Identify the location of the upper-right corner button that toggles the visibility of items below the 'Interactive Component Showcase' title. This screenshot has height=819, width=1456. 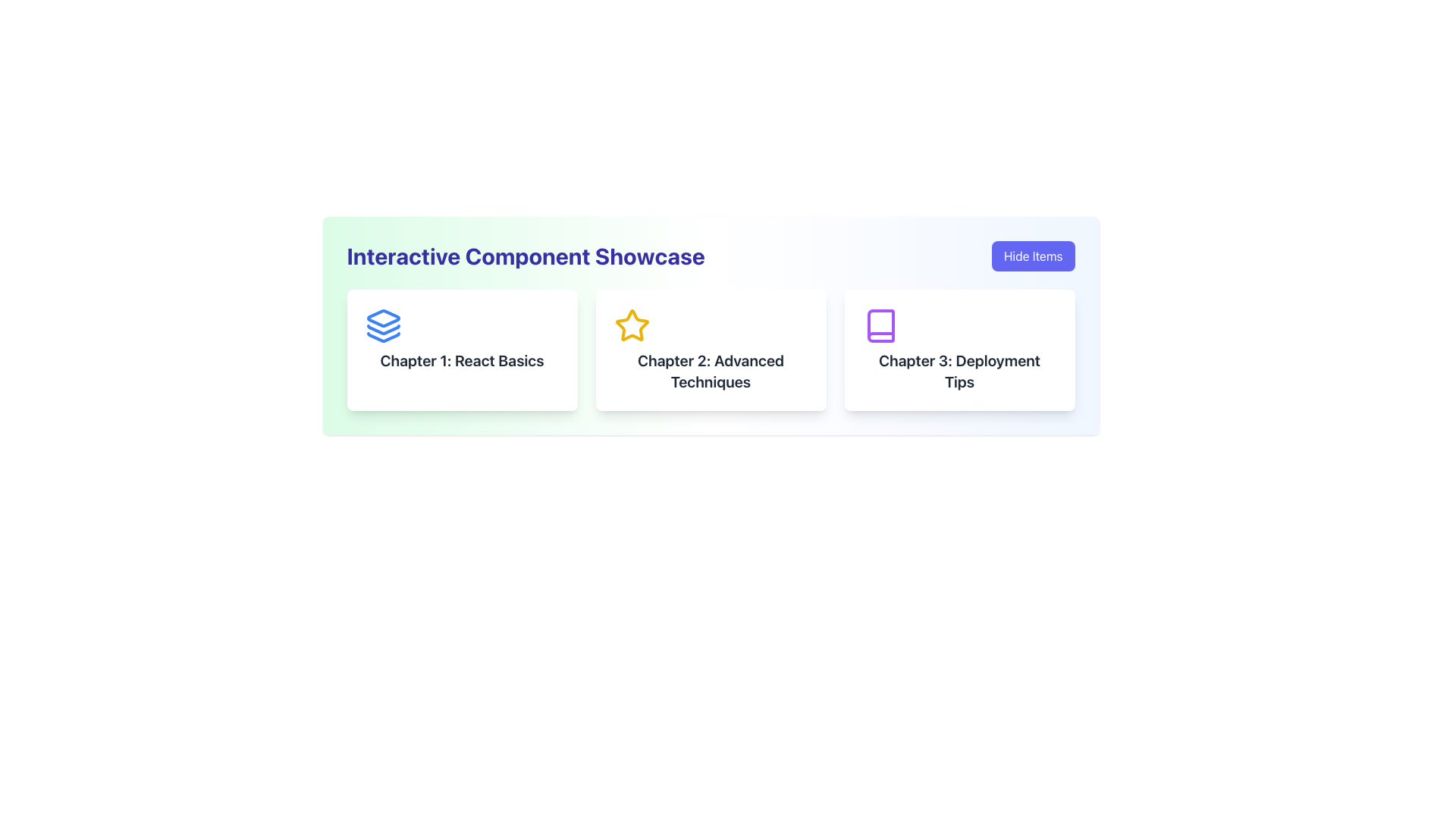
(1032, 256).